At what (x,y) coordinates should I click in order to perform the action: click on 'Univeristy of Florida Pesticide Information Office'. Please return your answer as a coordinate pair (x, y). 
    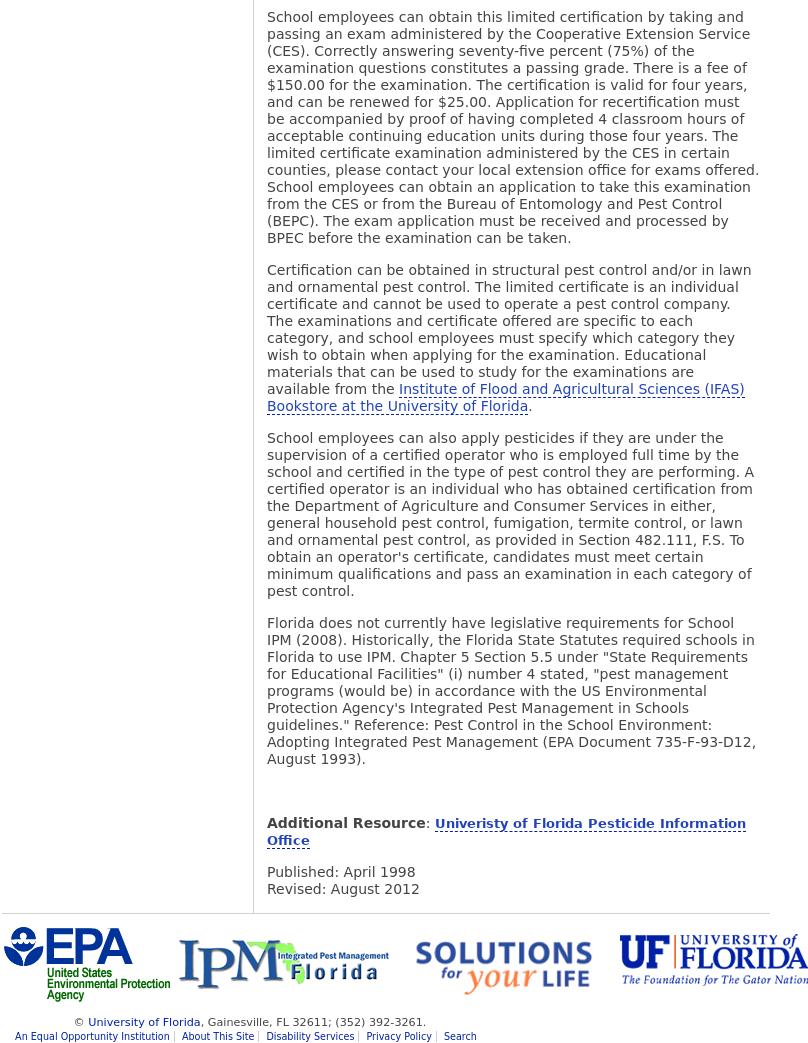
    Looking at the image, I should click on (505, 832).